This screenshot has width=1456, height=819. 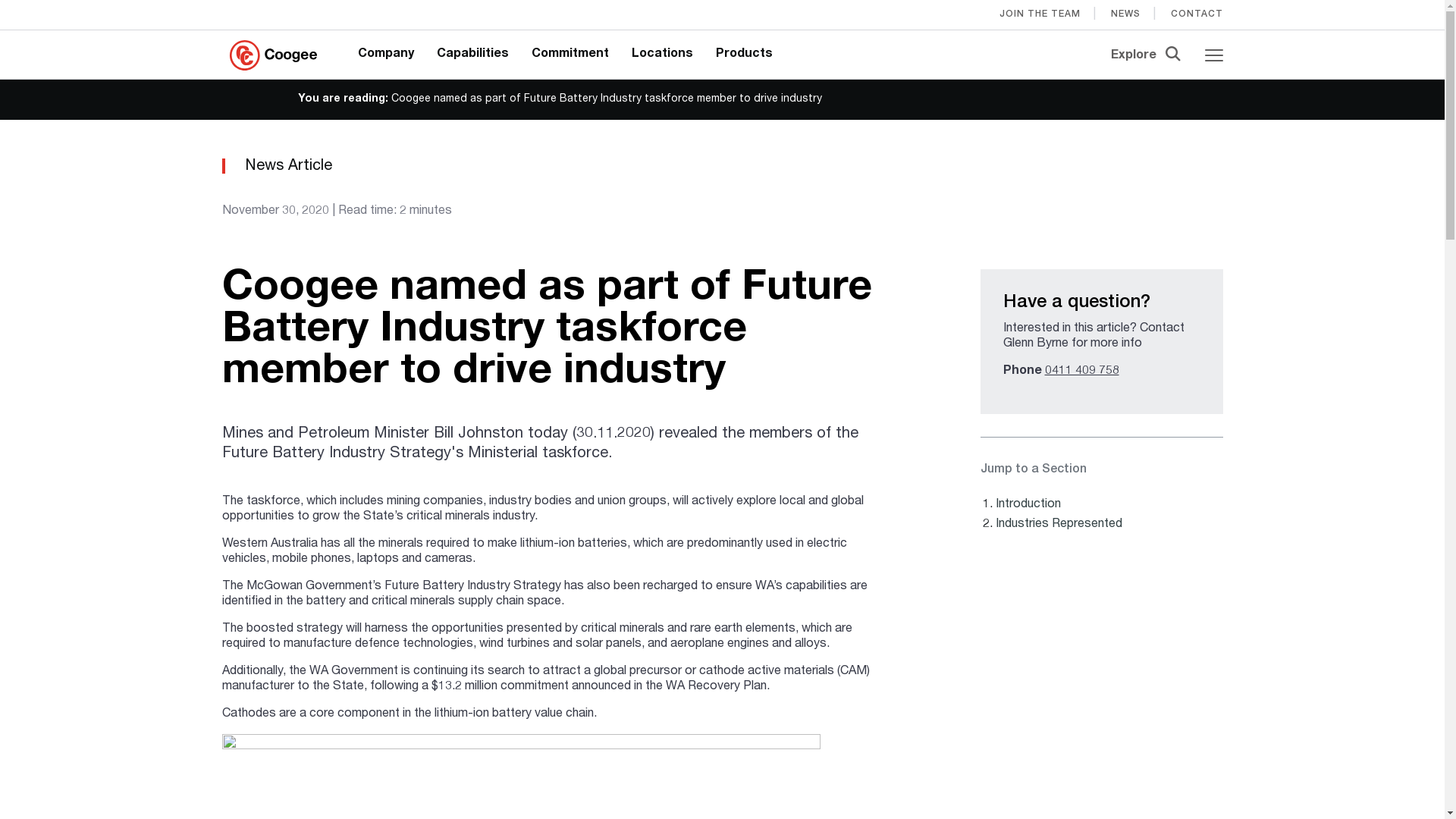 I want to click on 'CONTACT', so click(x=1170, y=14).